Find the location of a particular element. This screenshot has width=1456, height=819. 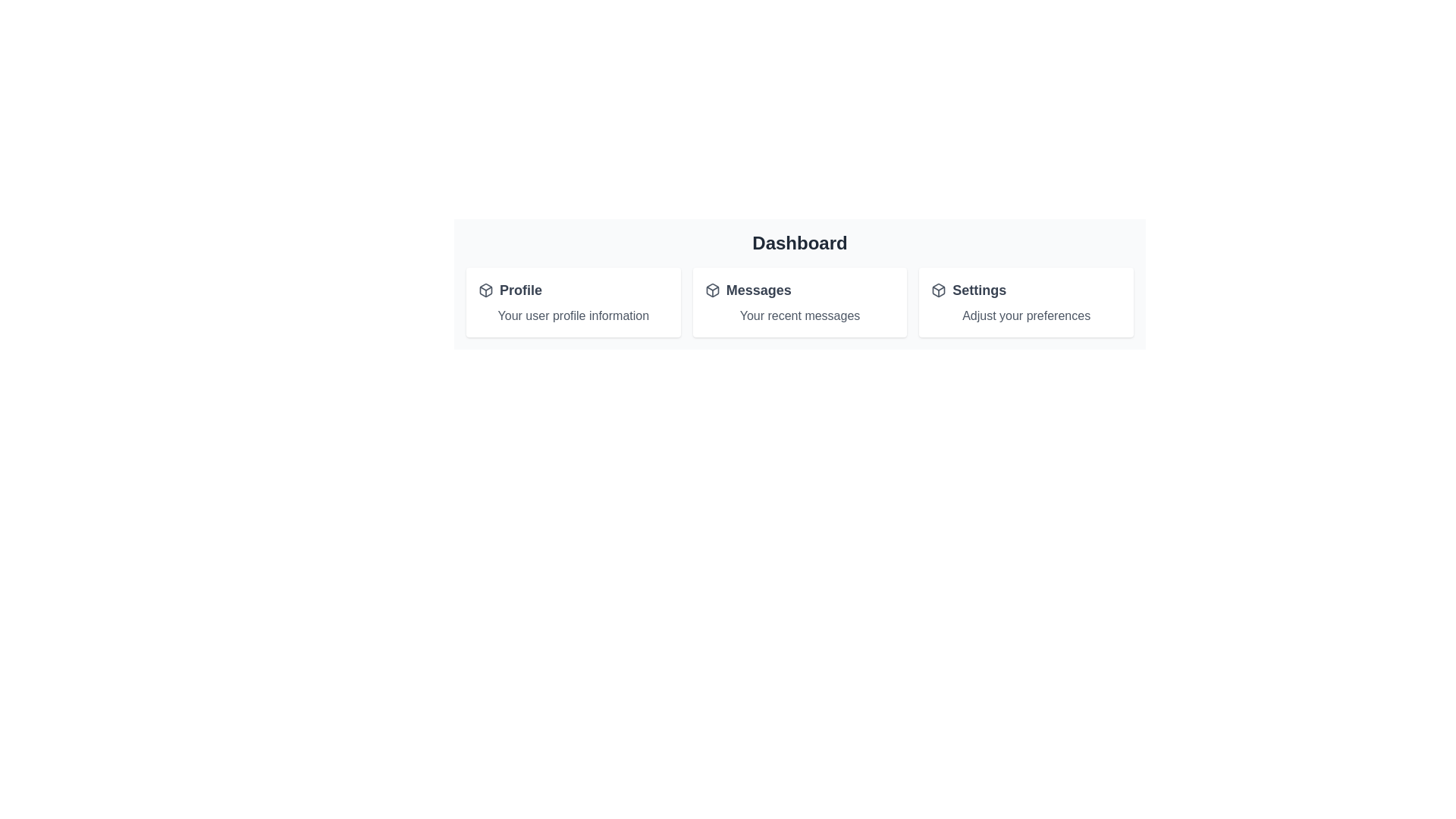

the 'Messages' text label located in the middle card of the horizontal layout, situated between the 'Profile' and 'Settings' cards is located at coordinates (758, 290).